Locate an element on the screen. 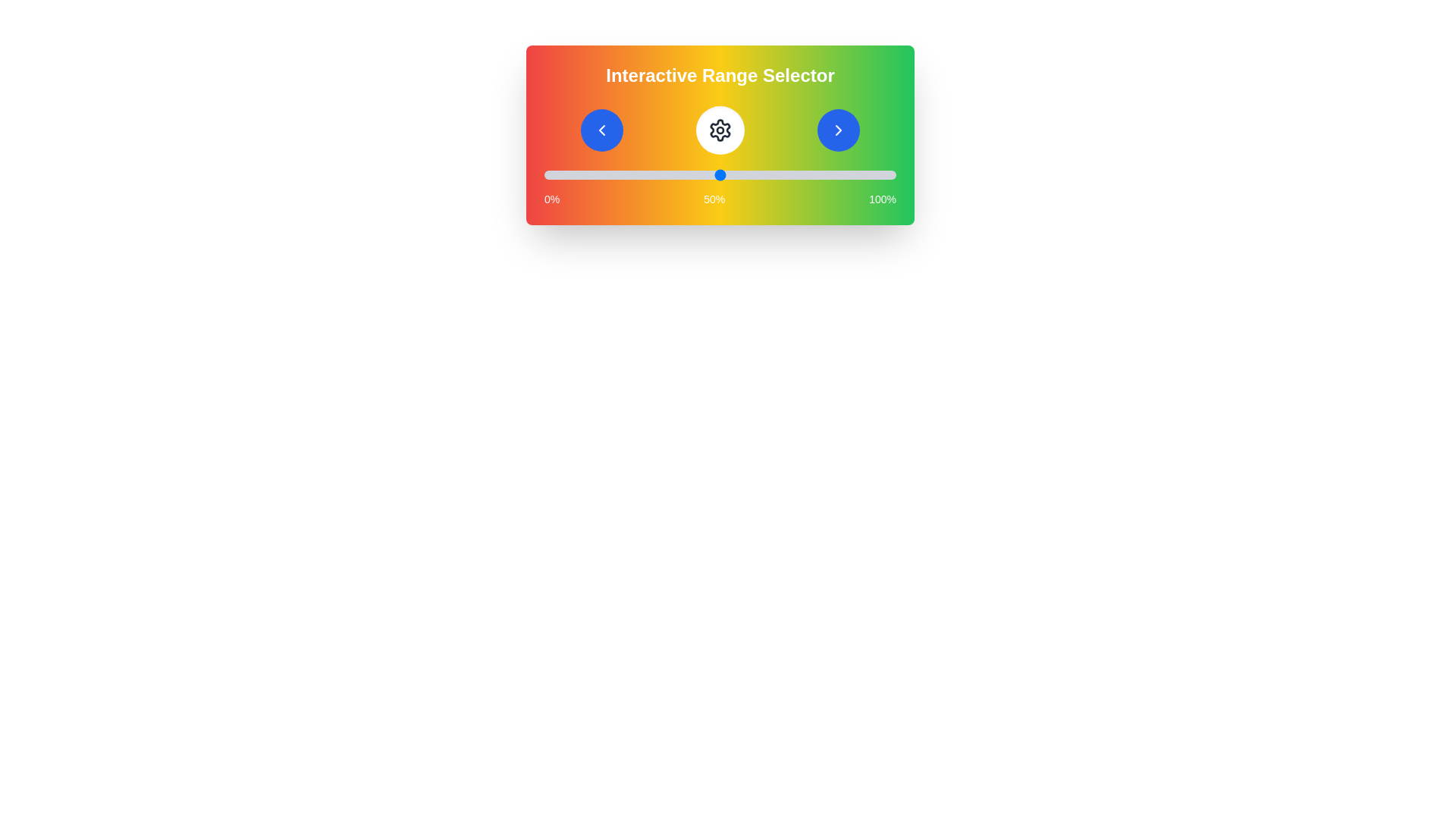  the slider to set the value to 19 is located at coordinates (611, 174).